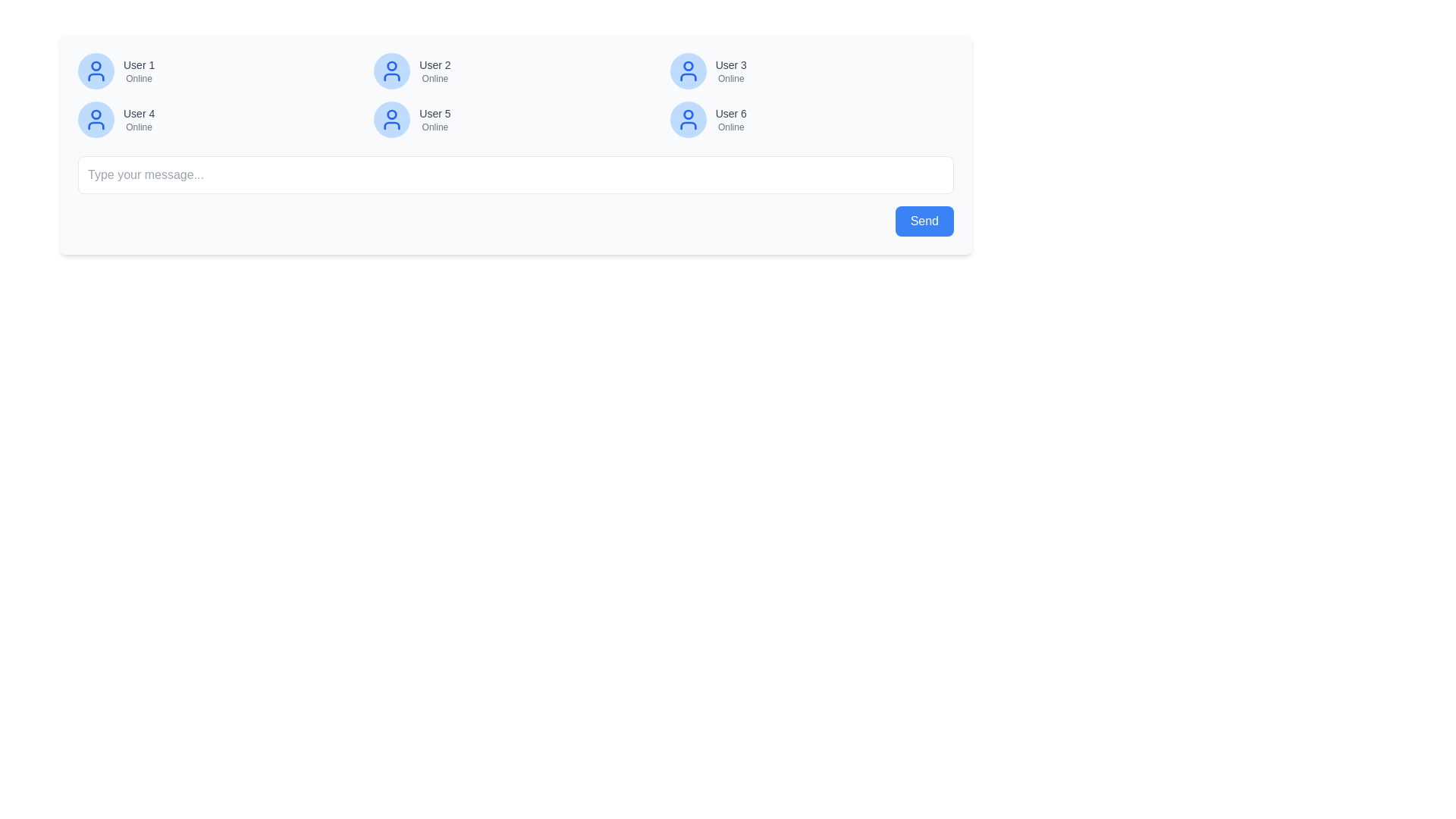 This screenshot has height=819, width=1456. Describe the element at coordinates (95, 65) in the screenshot. I see `the circular component with a blue outline located at the top part of the leftmost user avatar icon` at that location.